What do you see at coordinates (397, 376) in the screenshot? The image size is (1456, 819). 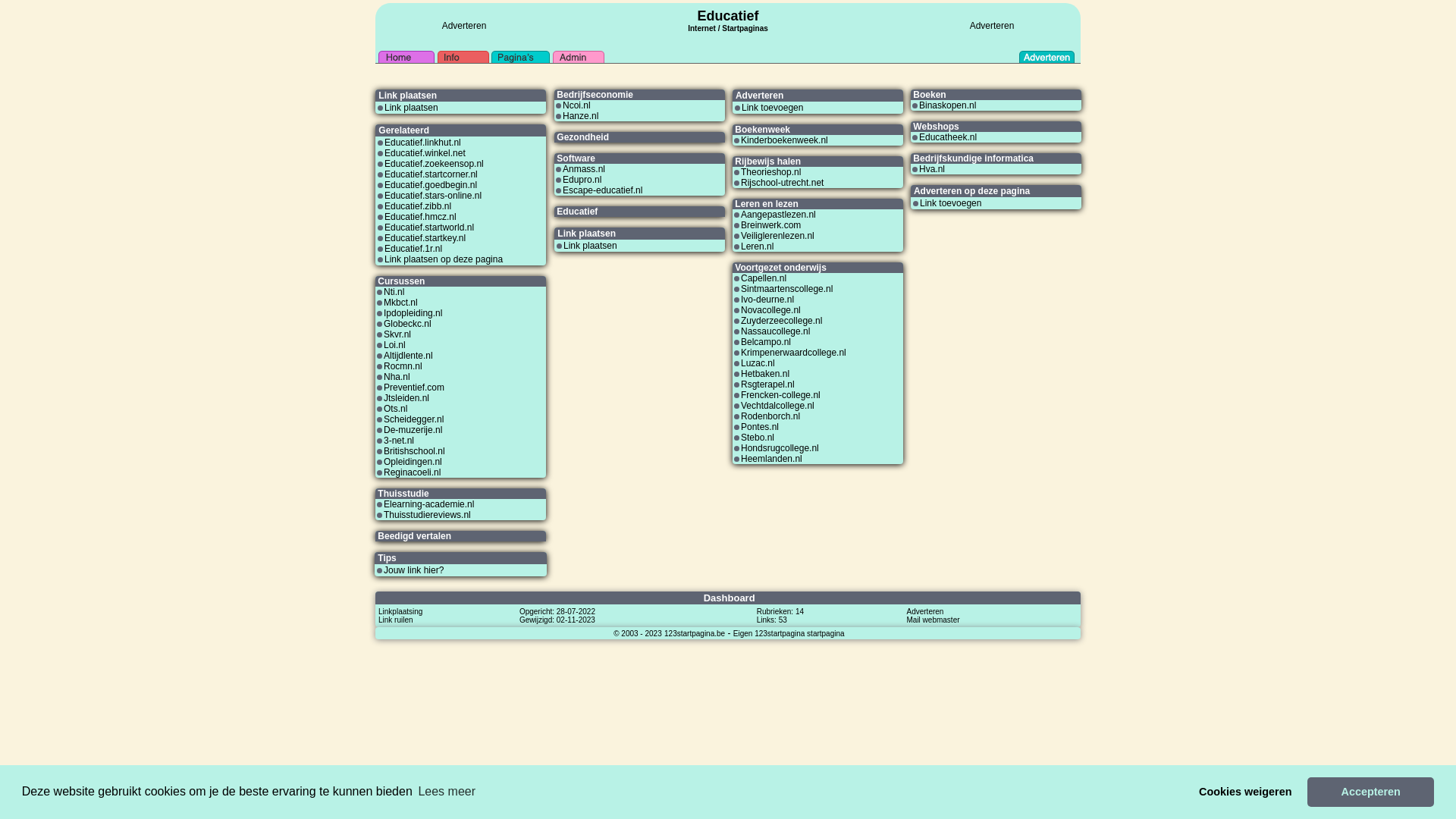 I see `'Nha.nl'` at bounding box center [397, 376].